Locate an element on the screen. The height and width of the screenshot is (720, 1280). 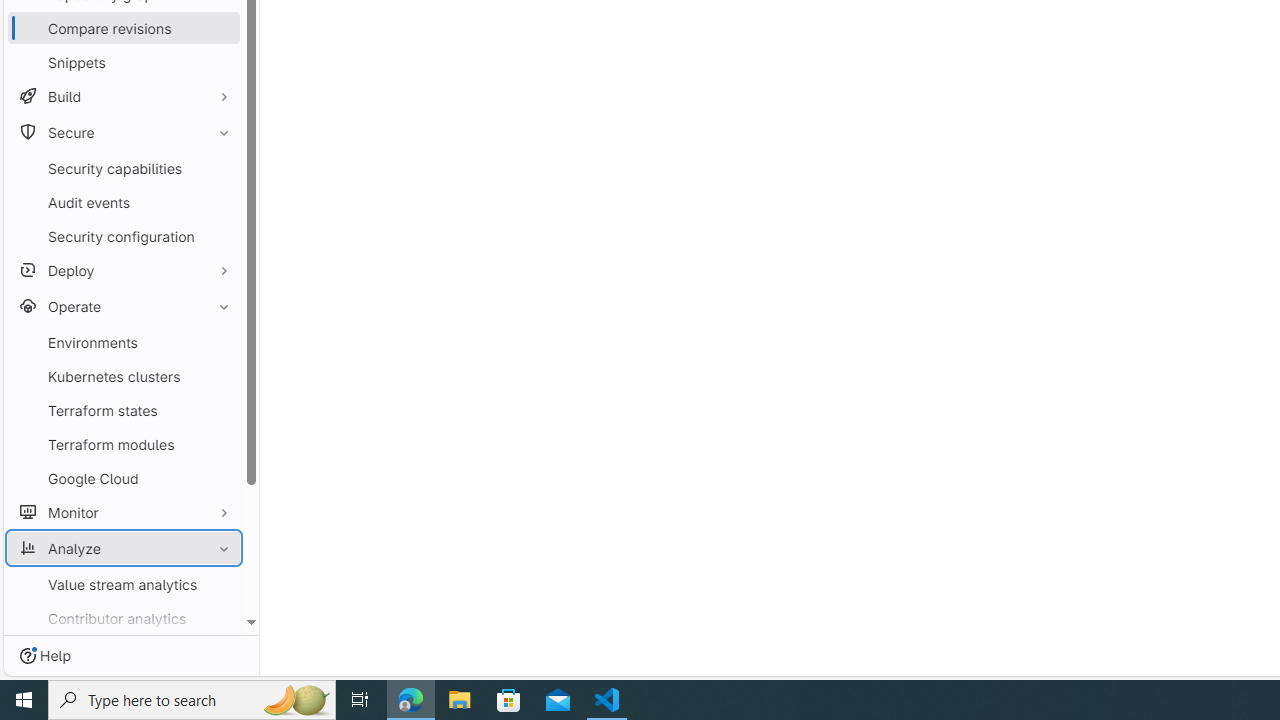
'Security configuration' is located at coordinates (123, 235).